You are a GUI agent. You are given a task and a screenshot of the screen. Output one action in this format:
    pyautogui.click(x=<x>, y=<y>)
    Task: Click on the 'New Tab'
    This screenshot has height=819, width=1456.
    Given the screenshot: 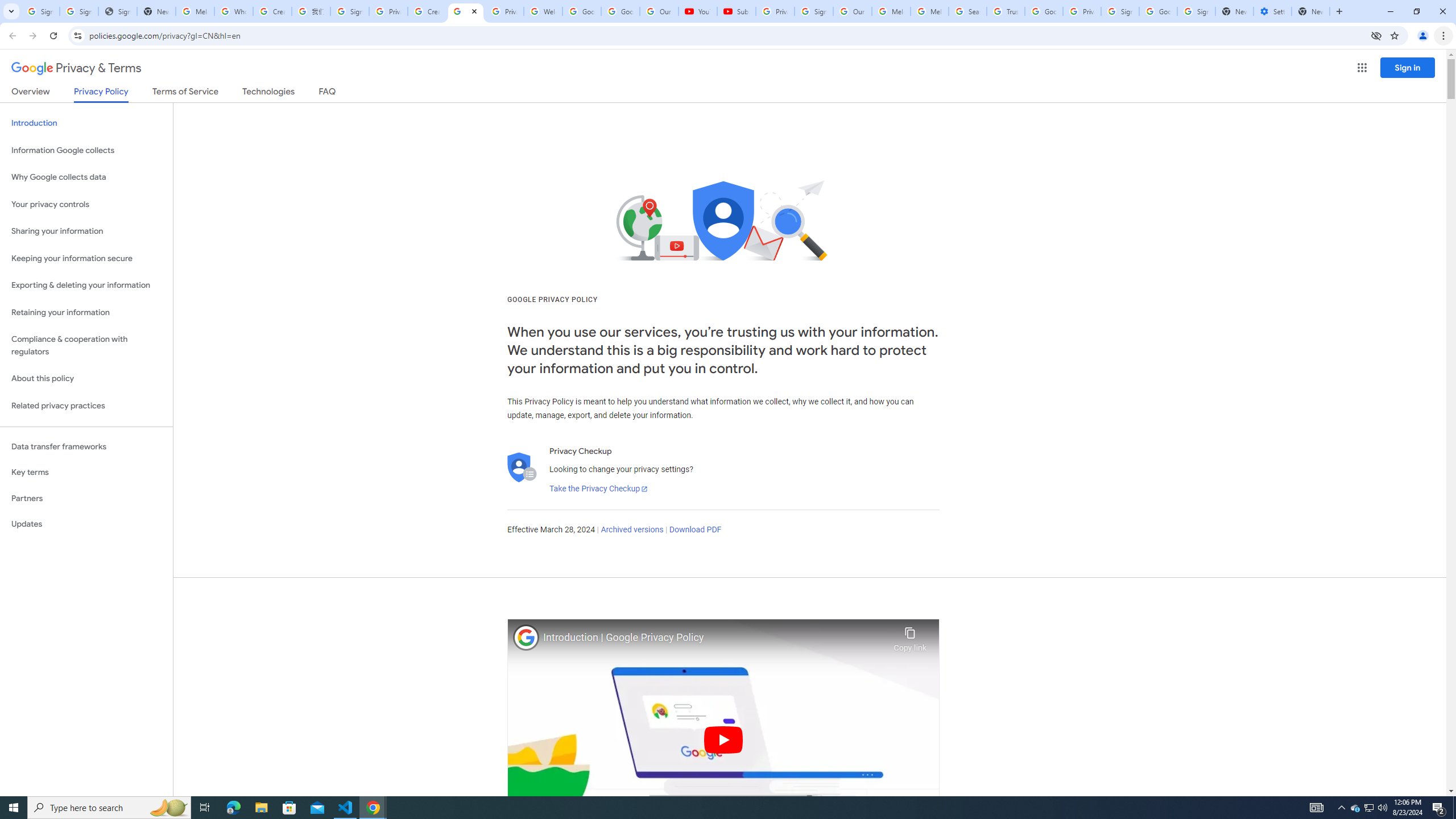 What is the action you would take?
    pyautogui.click(x=1310, y=11)
    